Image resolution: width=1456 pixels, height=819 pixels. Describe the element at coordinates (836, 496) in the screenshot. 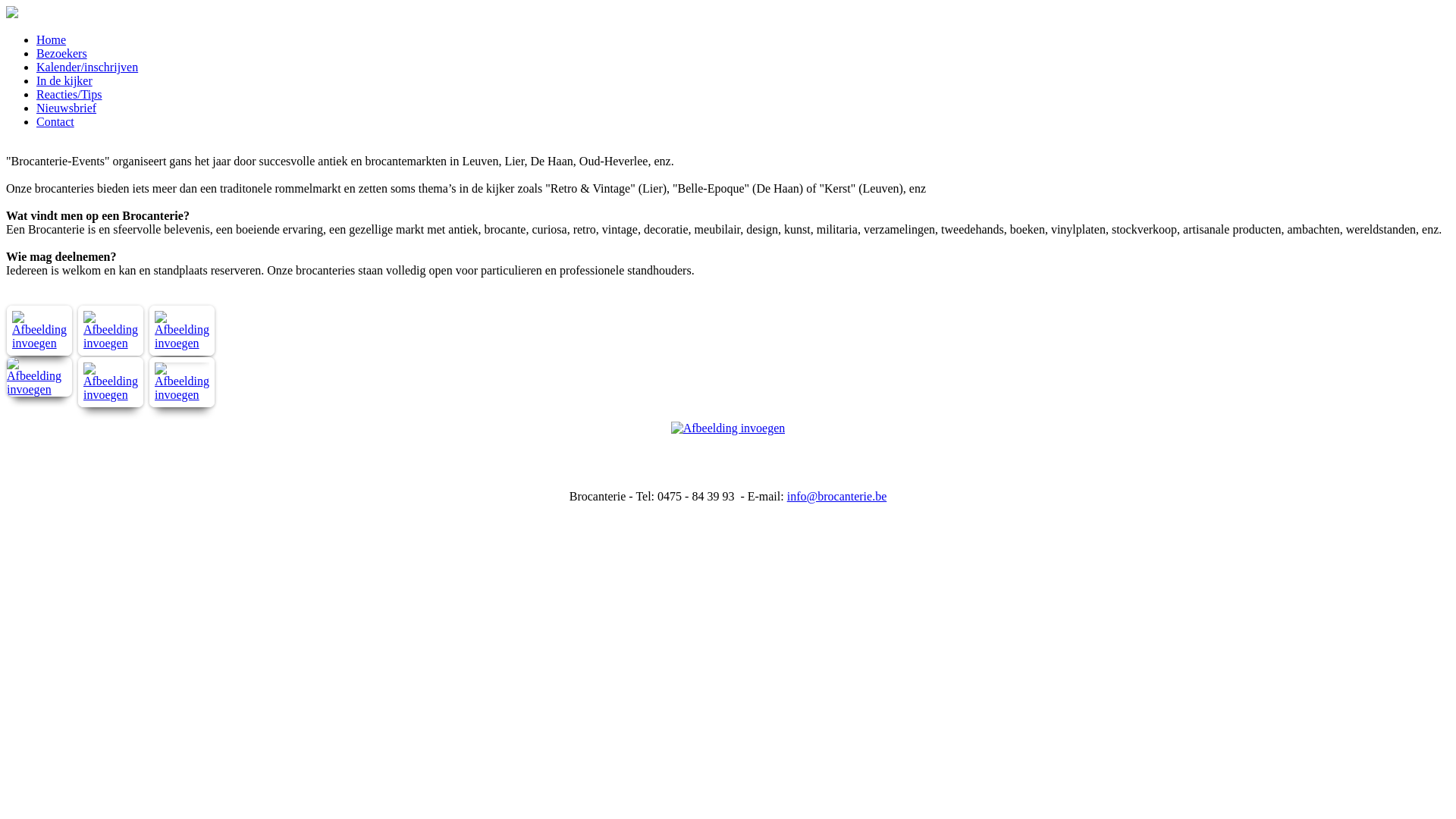

I see `'info@brocanterie.be'` at that location.